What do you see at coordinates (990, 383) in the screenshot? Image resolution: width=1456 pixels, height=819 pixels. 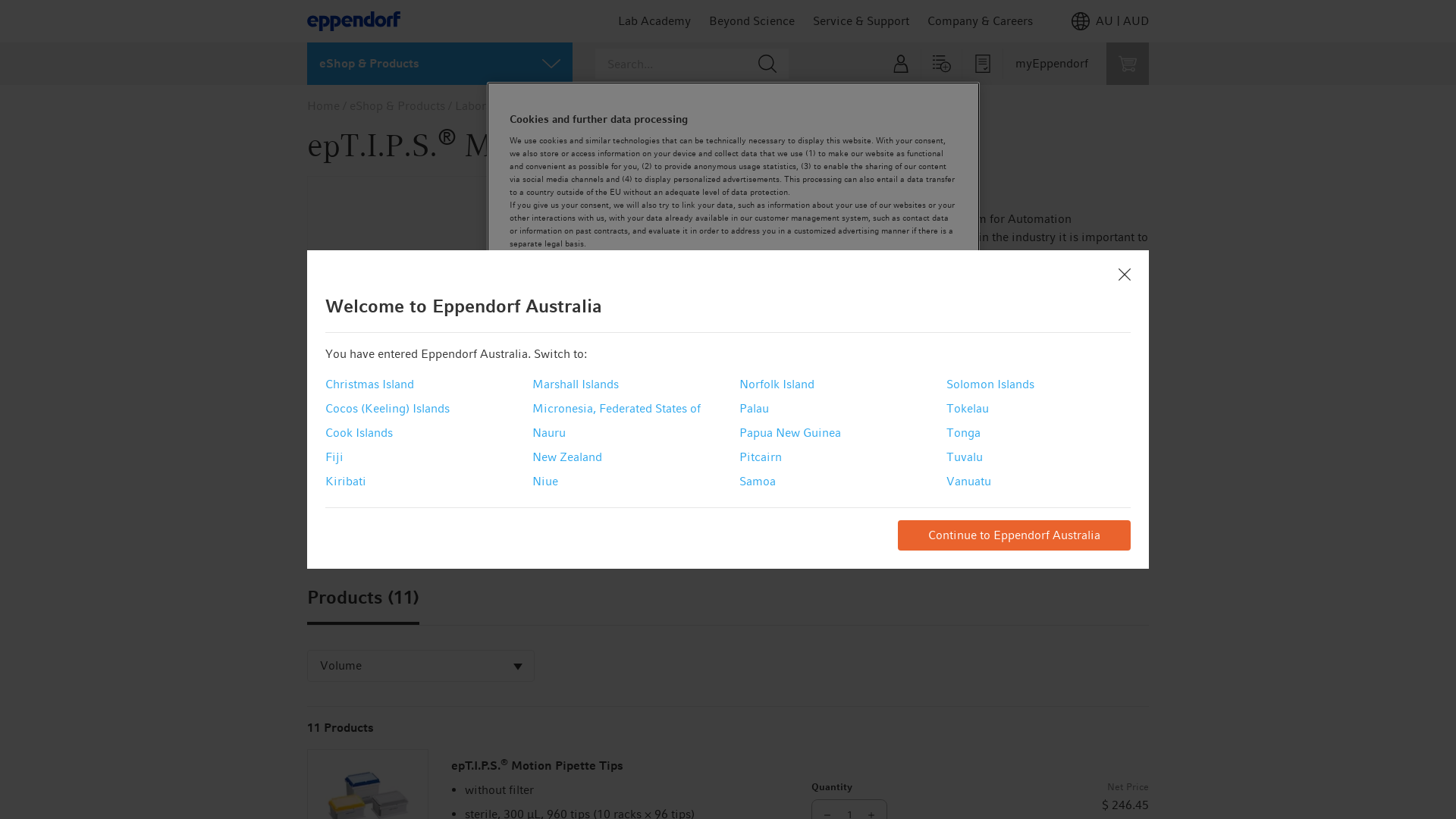 I see `'Solomon Islands'` at bounding box center [990, 383].